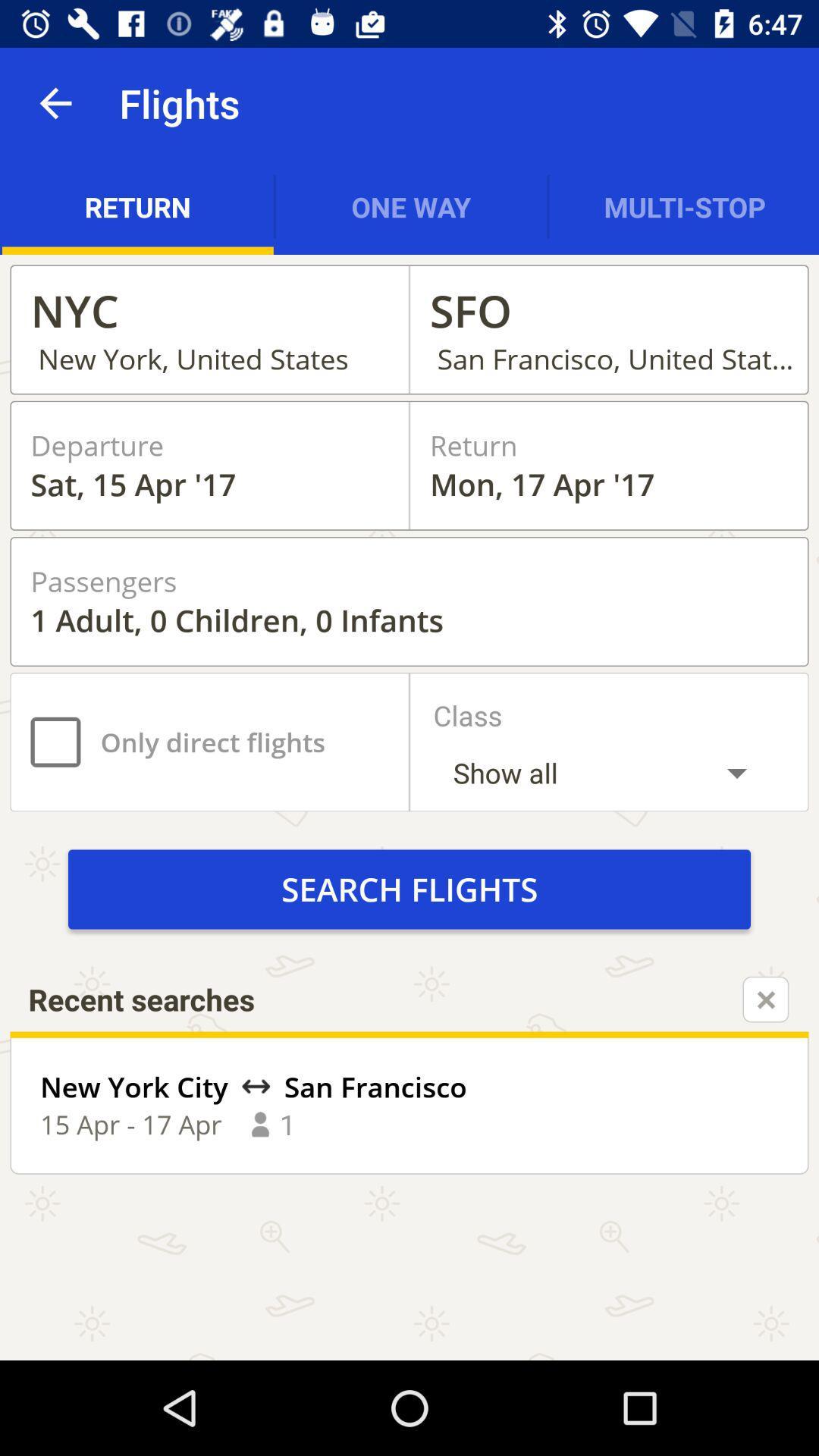 The image size is (819, 1456). What do you see at coordinates (765, 999) in the screenshot?
I see `cancel recent searches` at bounding box center [765, 999].